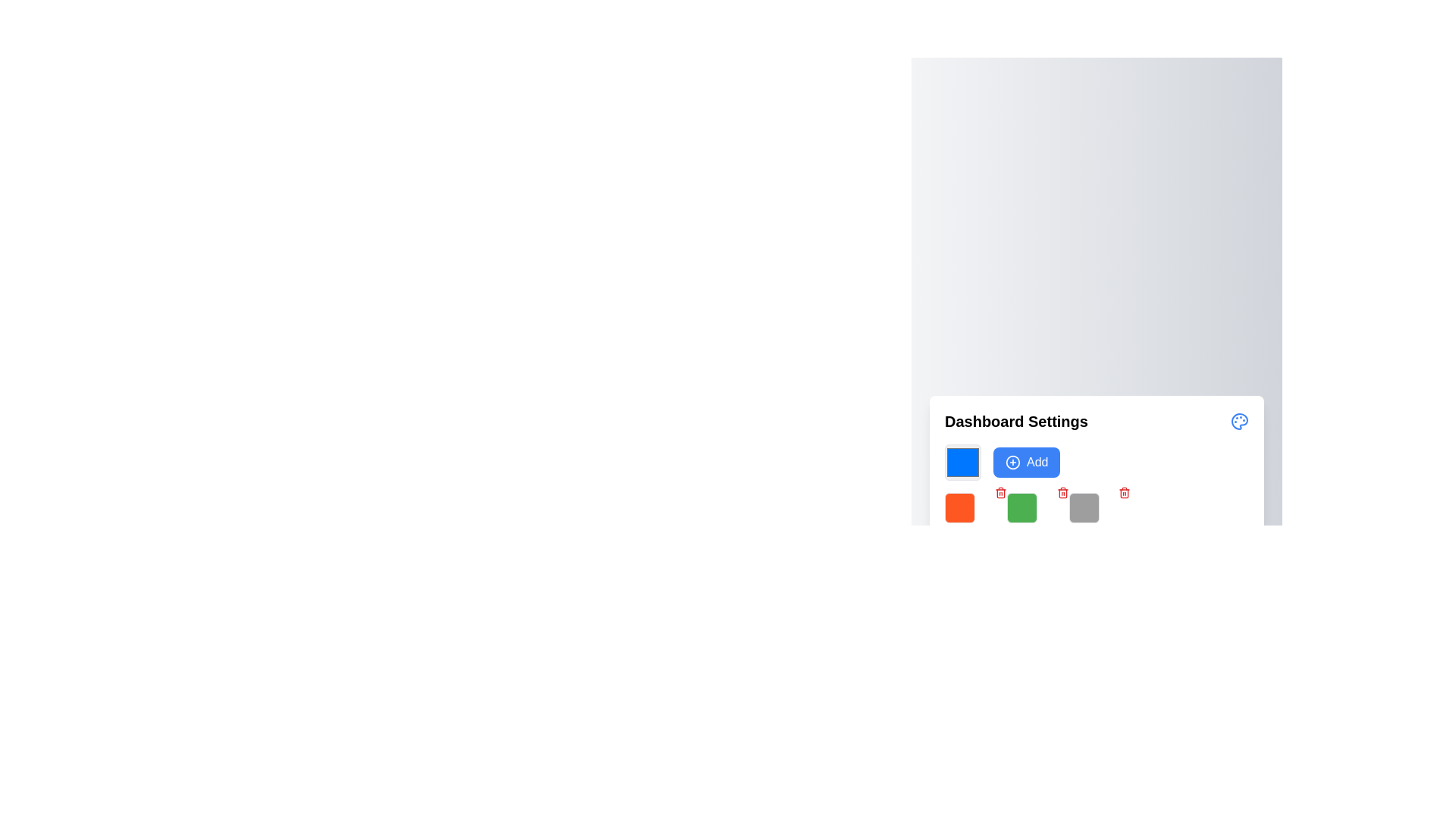  What do you see at coordinates (1097, 508) in the screenshot?
I see `the fourth square in the grid under the 'Dashboard Settings' title` at bounding box center [1097, 508].